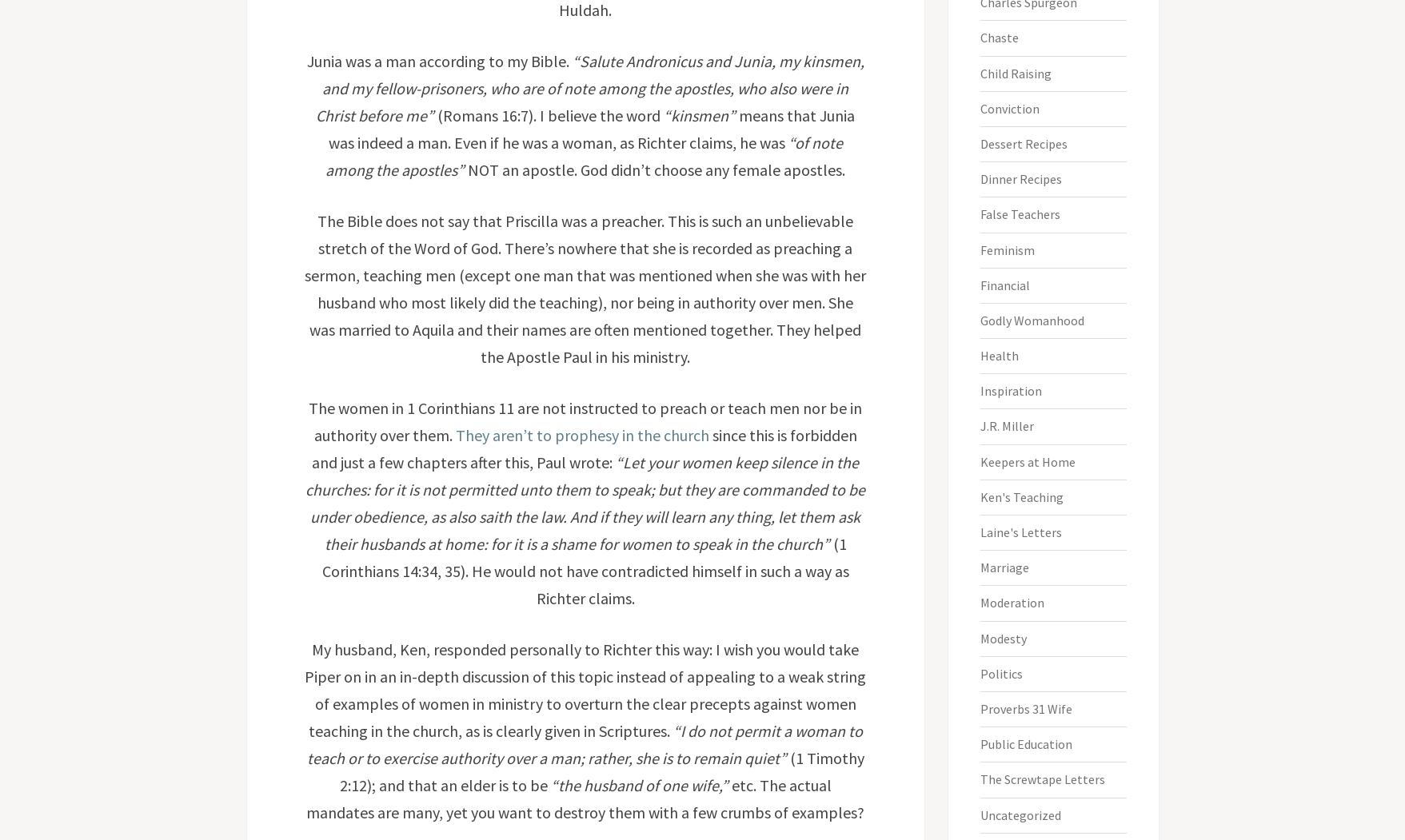 The height and width of the screenshot is (840, 1405). I want to click on '“I do not permit a woman to teach or to exercise authority over a man; rather, she is to remain quiet”', so click(583, 743).